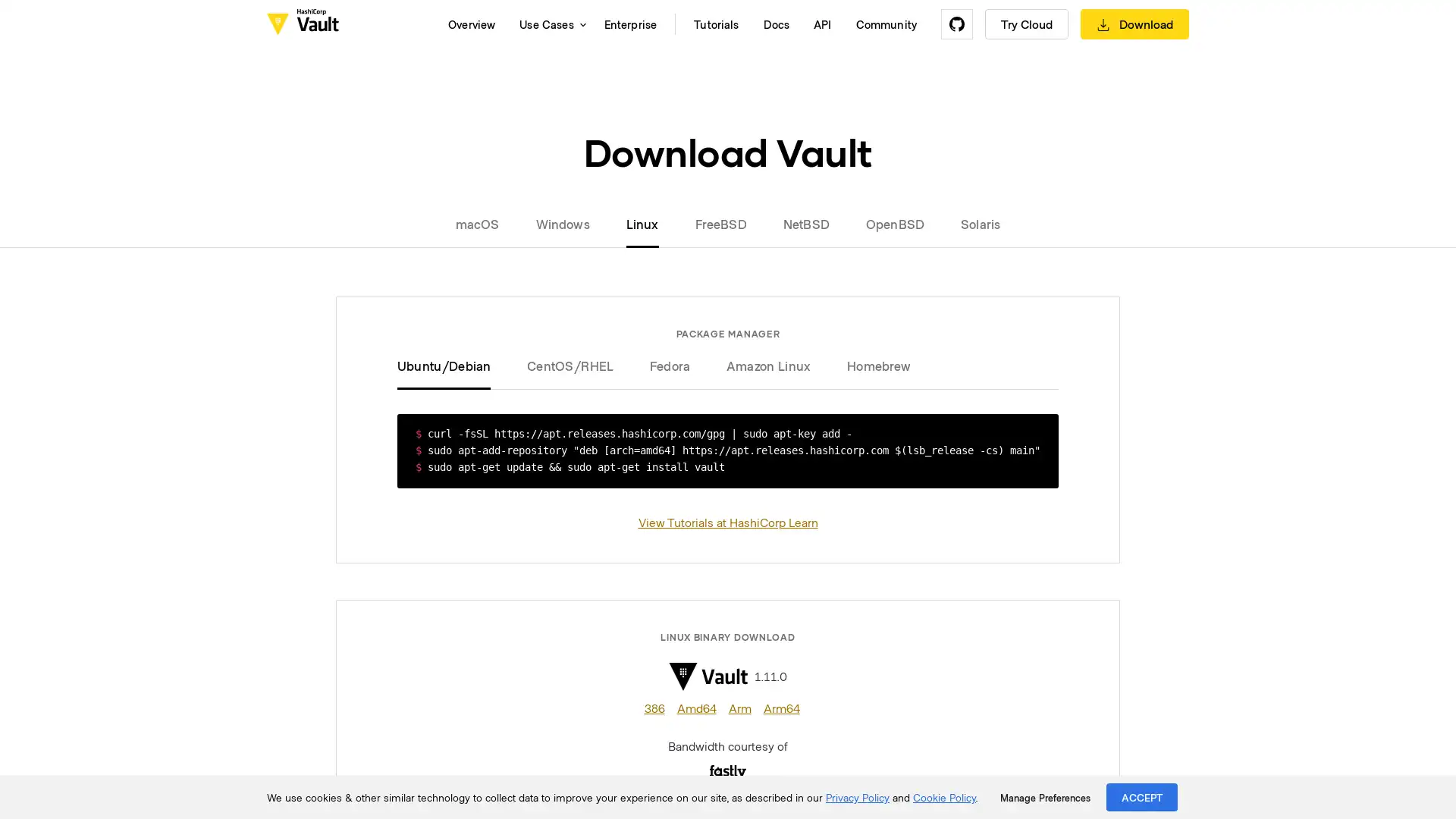 The width and height of the screenshot is (1456, 819). What do you see at coordinates (971, 223) in the screenshot?
I see `Solaris` at bounding box center [971, 223].